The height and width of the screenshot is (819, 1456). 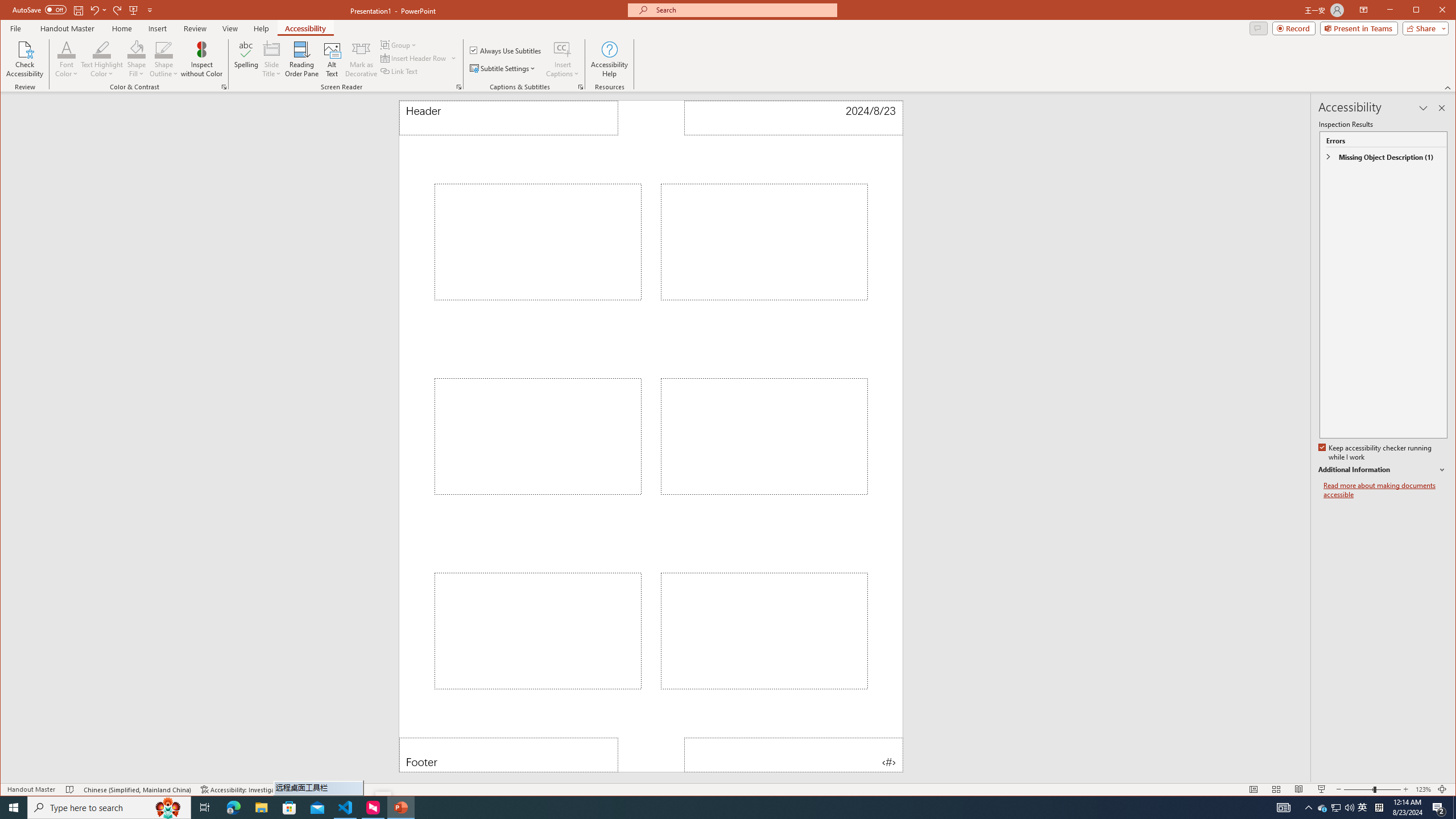 What do you see at coordinates (793, 117) in the screenshot?
I see `'Date'` at bounding box center [793, 117].